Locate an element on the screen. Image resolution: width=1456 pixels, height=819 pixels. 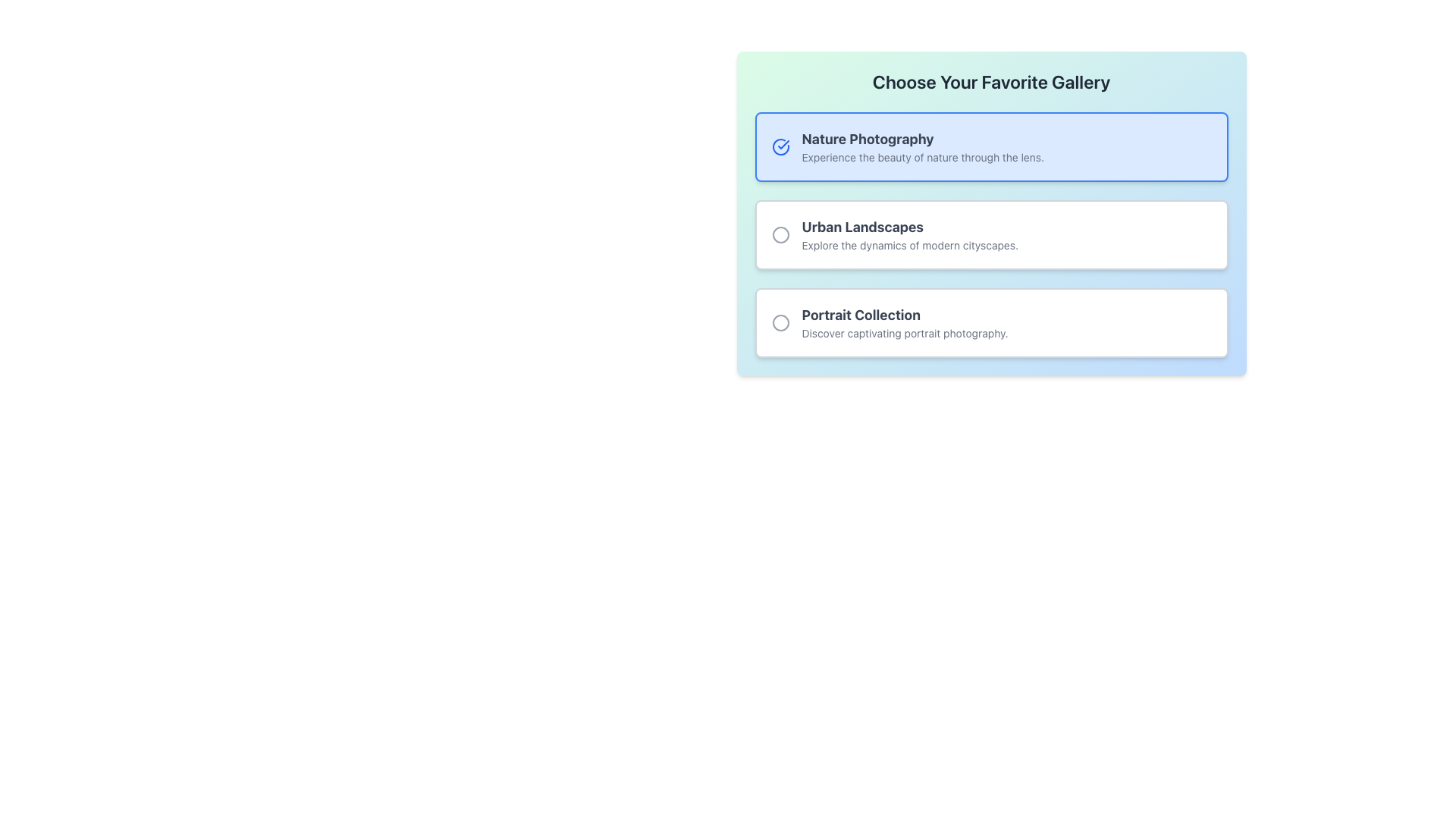
the 'Urban Landscapes' text label pair is located at coordinates (910, 234).